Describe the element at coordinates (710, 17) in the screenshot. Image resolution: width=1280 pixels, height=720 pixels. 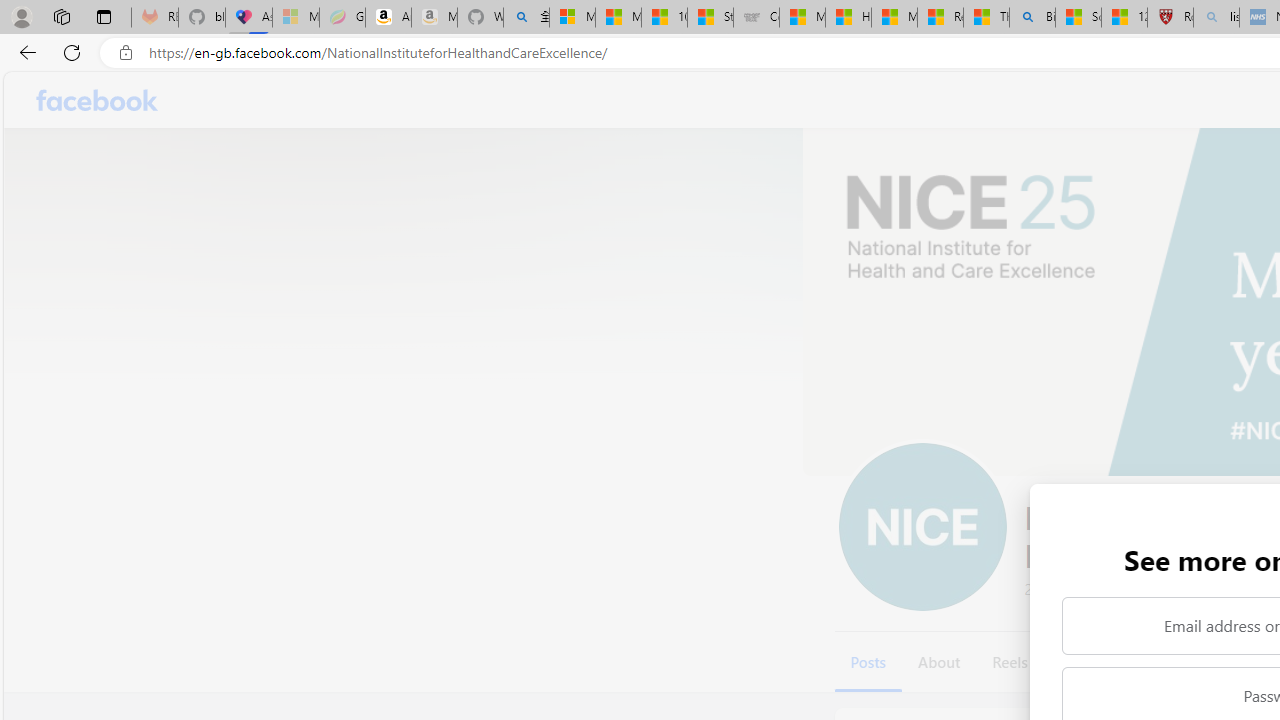
I see `'Stocks - MSN'` at that location.